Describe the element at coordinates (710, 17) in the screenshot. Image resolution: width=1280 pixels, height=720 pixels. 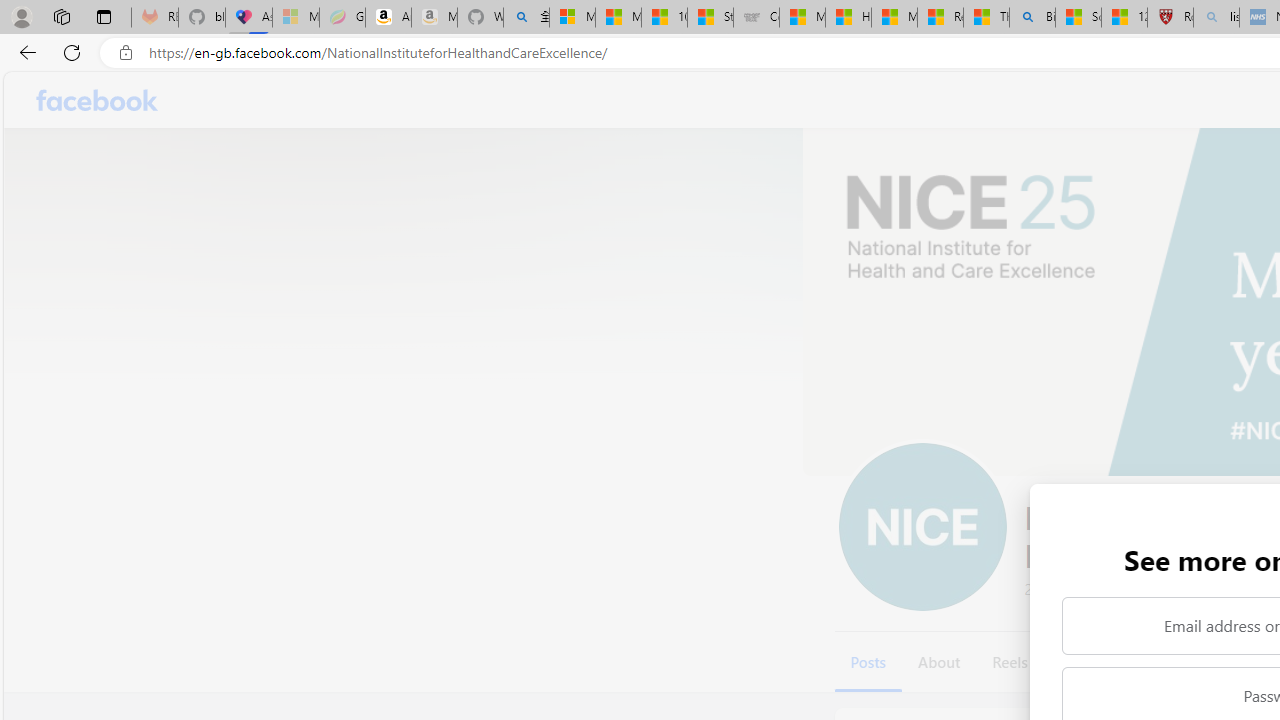
I see `'Stocks - MSN'` at that location.